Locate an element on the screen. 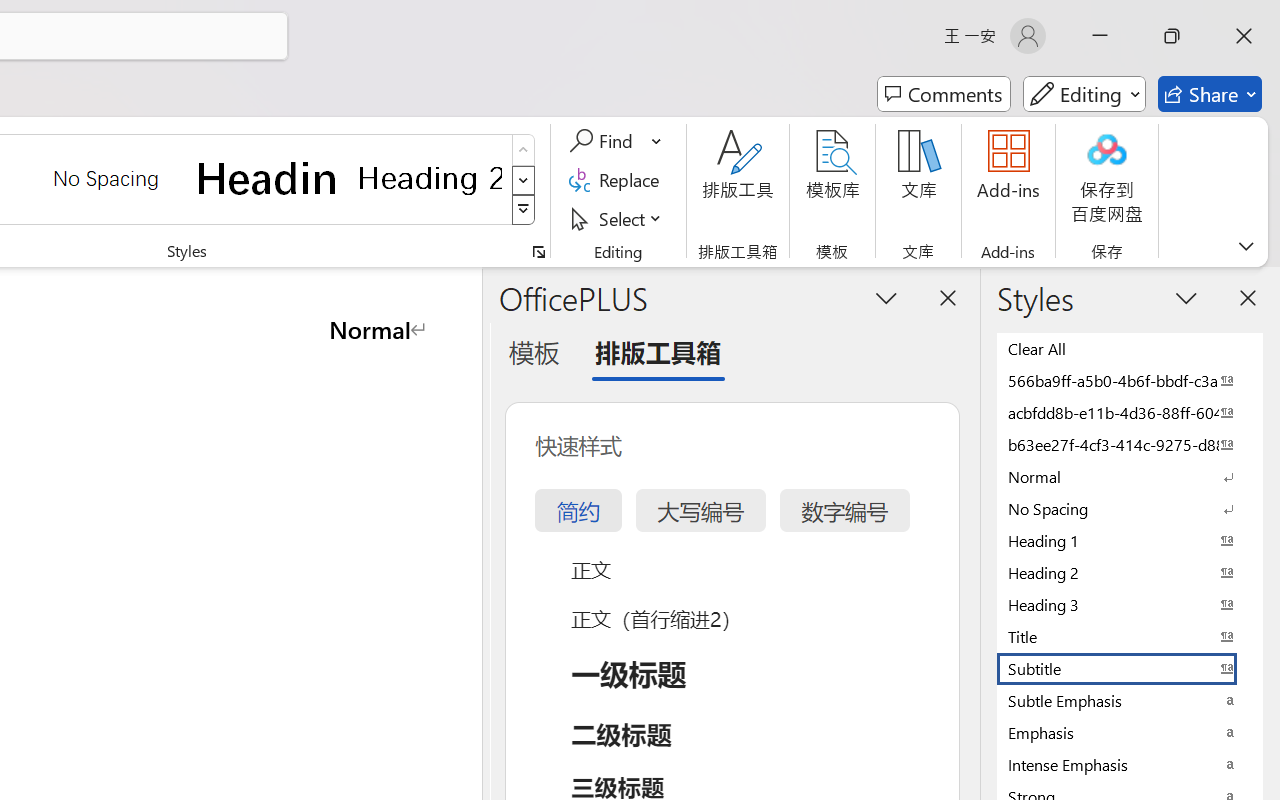 The height and width of the screenshot is (800, 1280). 'Intense Emphasis' is located at coordinates (1130, 764).